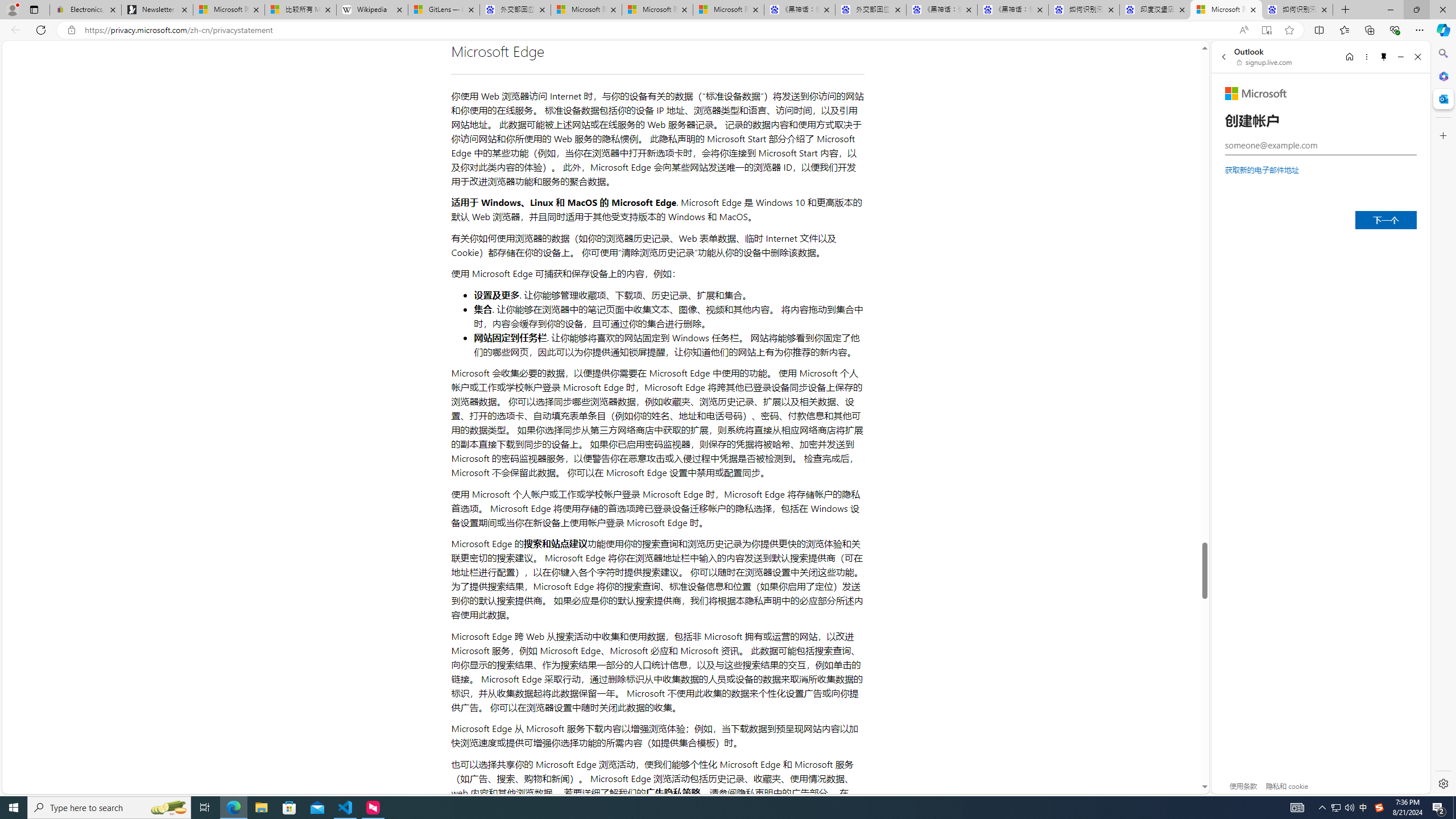 The image size is (1456, 819). I want to click on 'Wikipedia', so click(373, 9).